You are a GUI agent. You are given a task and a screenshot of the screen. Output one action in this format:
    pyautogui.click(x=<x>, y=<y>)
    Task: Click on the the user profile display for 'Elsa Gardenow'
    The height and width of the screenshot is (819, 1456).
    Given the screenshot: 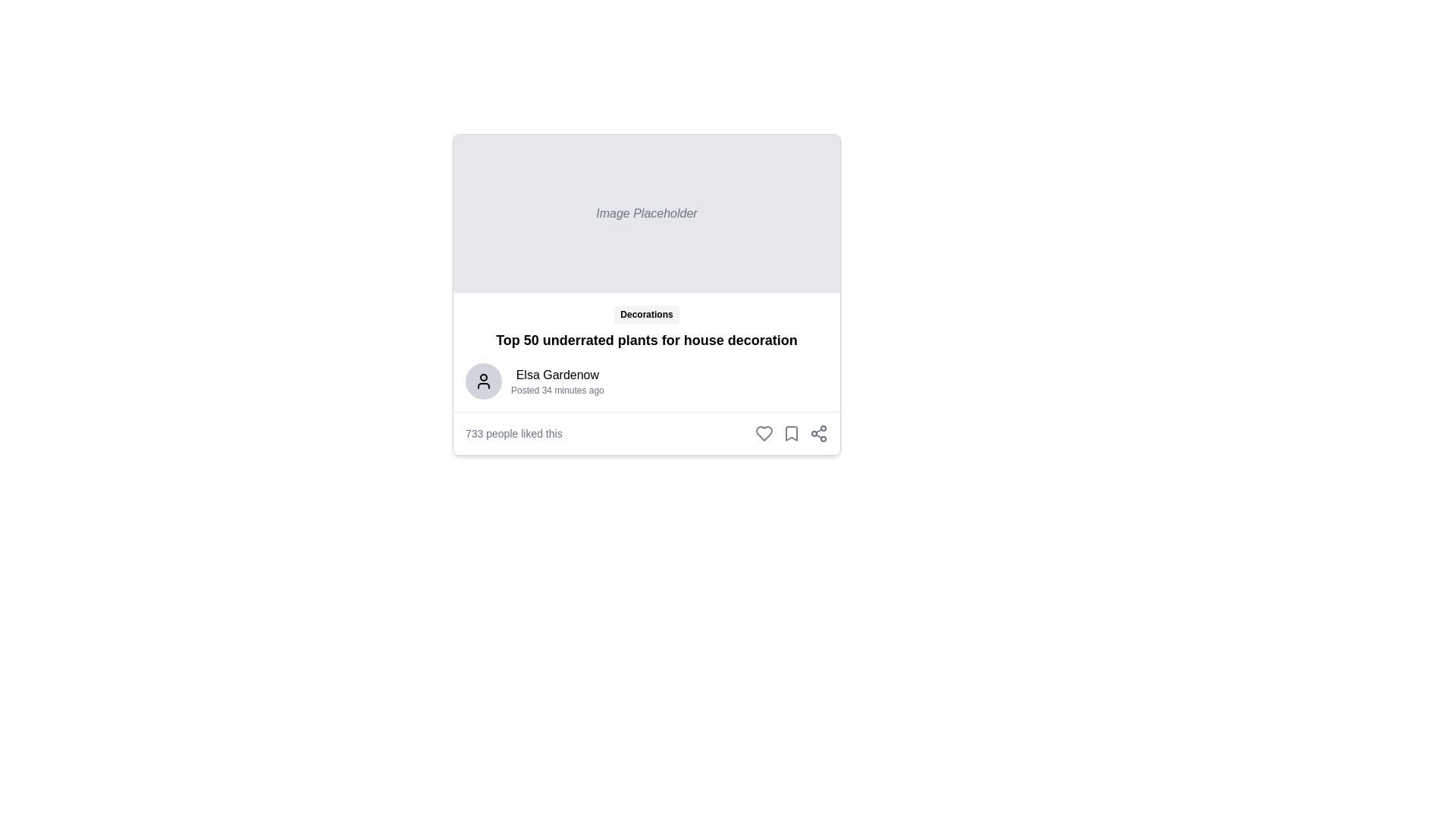 What is the action you would take?
    pyautogui.click(x=647, y=380)
    